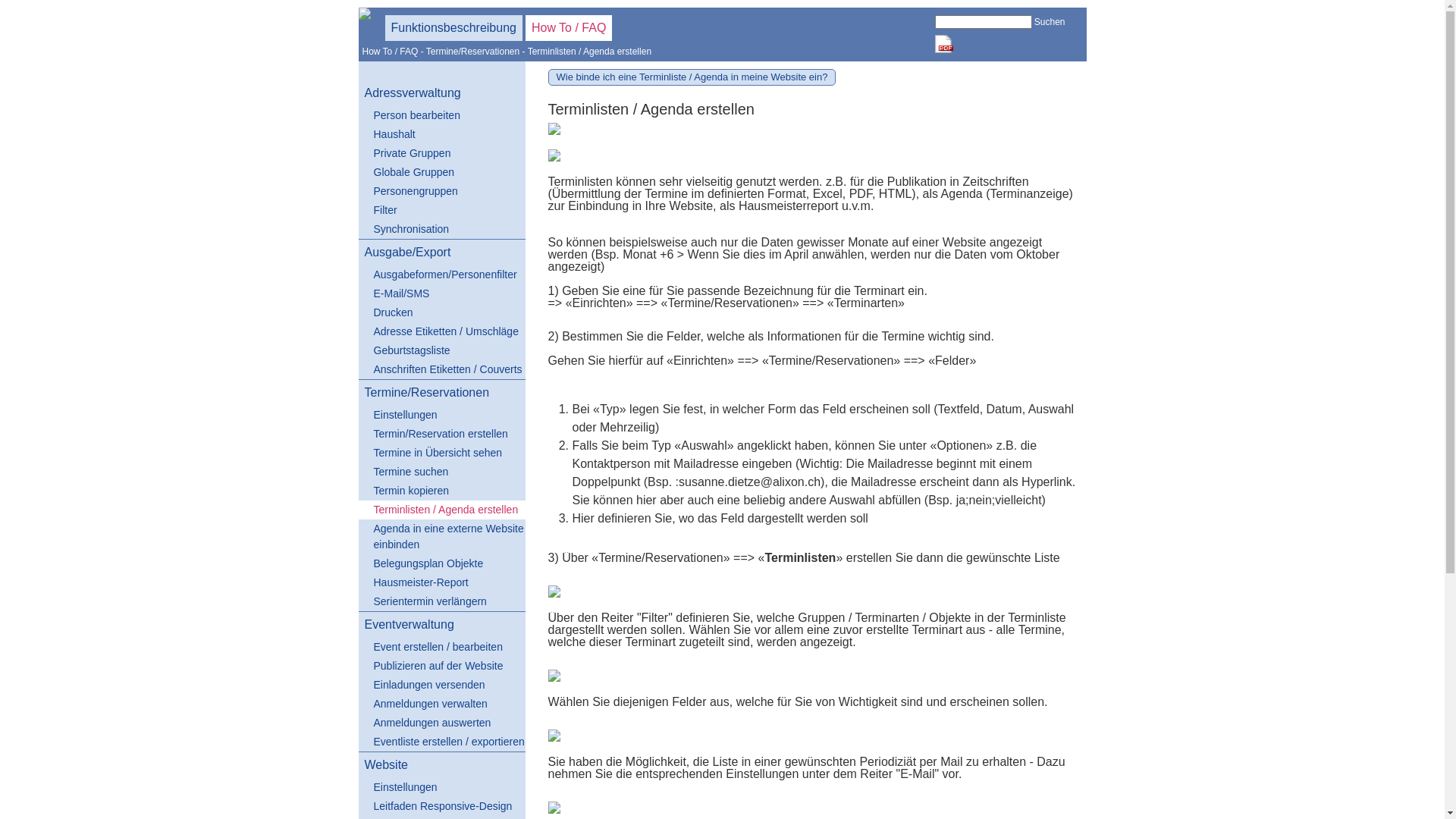 The image size is (1456, 819). Describe the element at coordinates (440, 625) in the screenshot. I see `'Eventverwaltung'` at that location.